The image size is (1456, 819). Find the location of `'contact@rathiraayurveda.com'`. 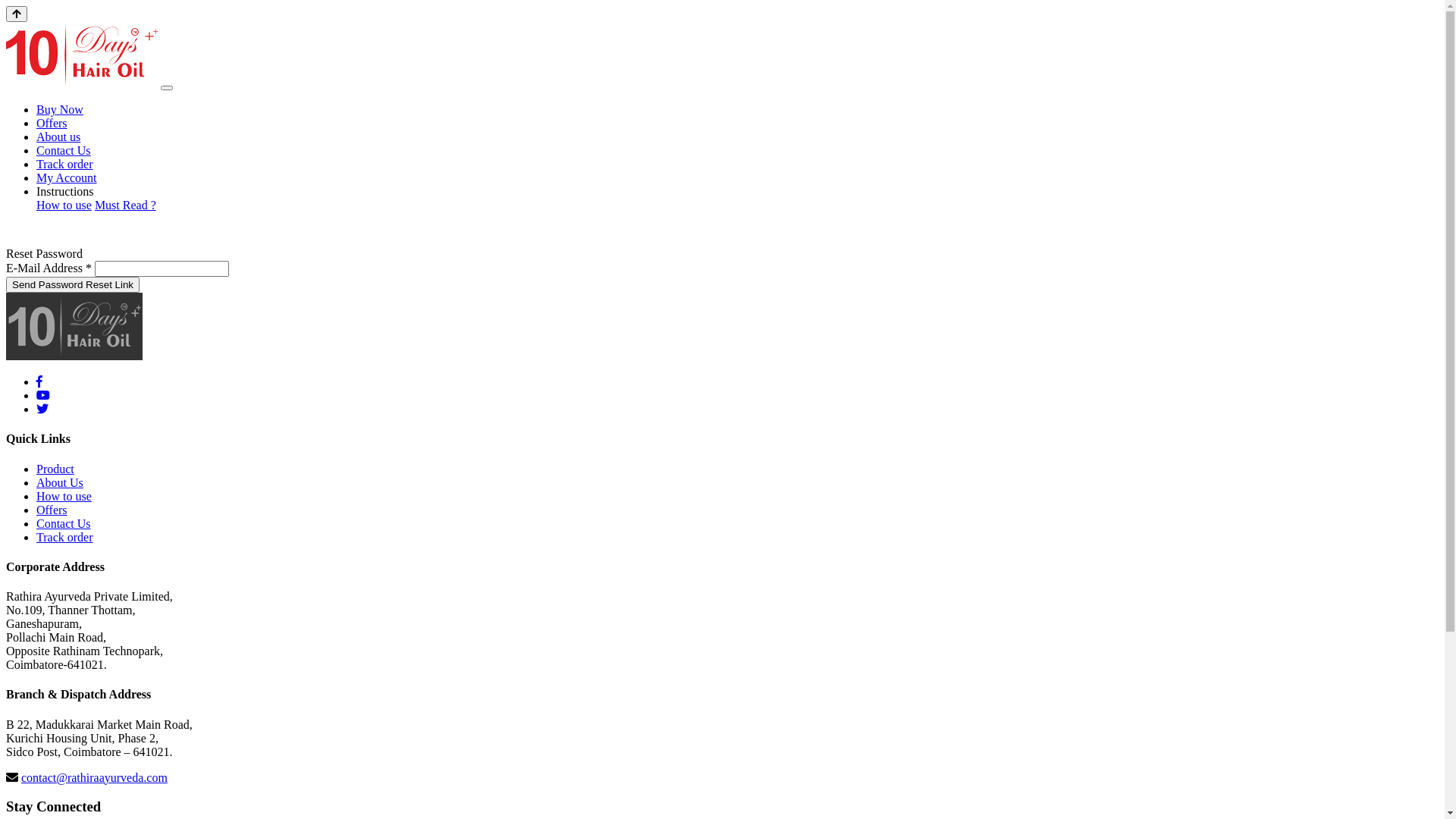

'contact@rathiraayurveda.com' is located at coordinates (93, 777).